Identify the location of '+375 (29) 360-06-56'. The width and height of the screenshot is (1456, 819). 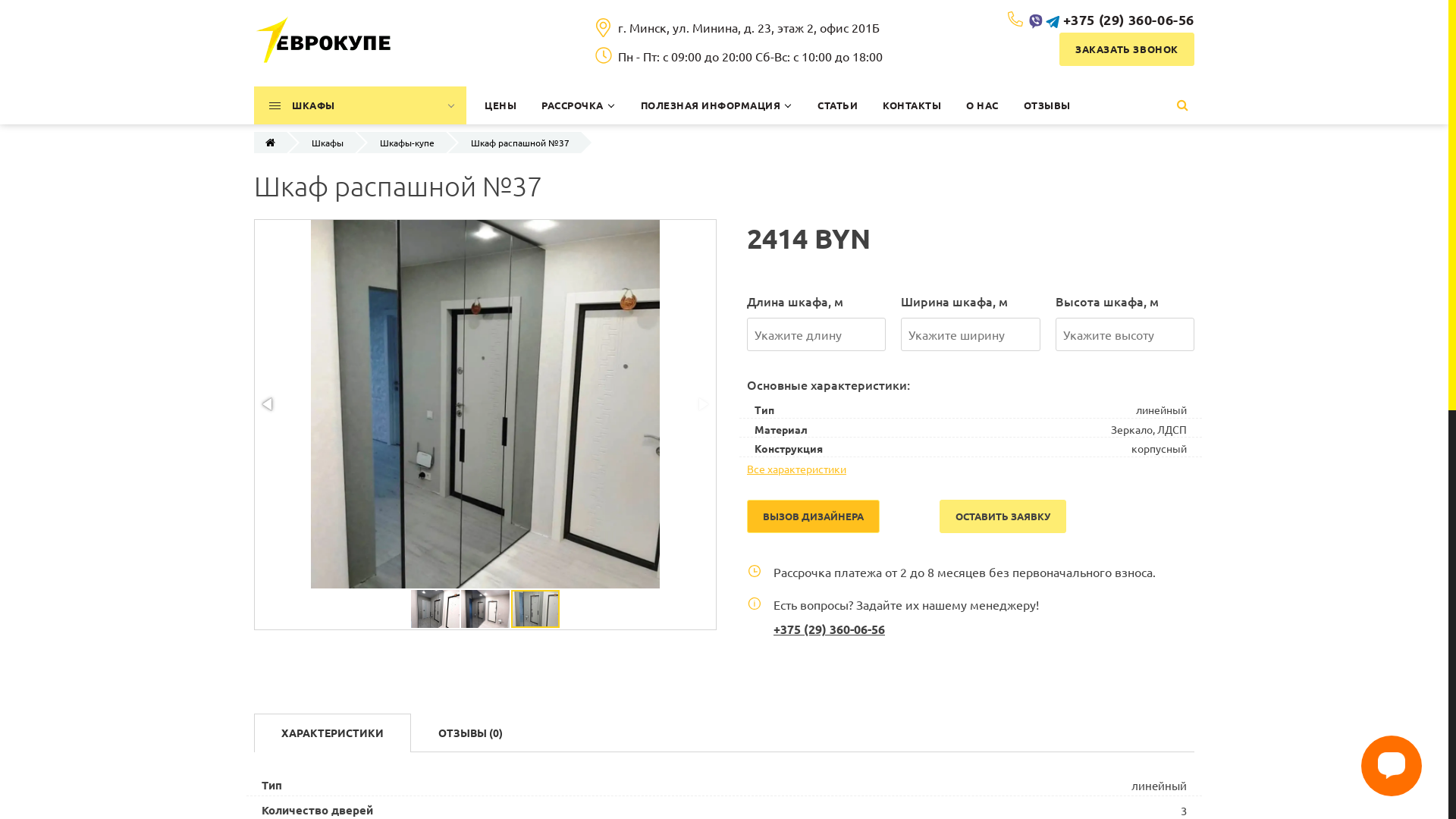
(1128, 19).